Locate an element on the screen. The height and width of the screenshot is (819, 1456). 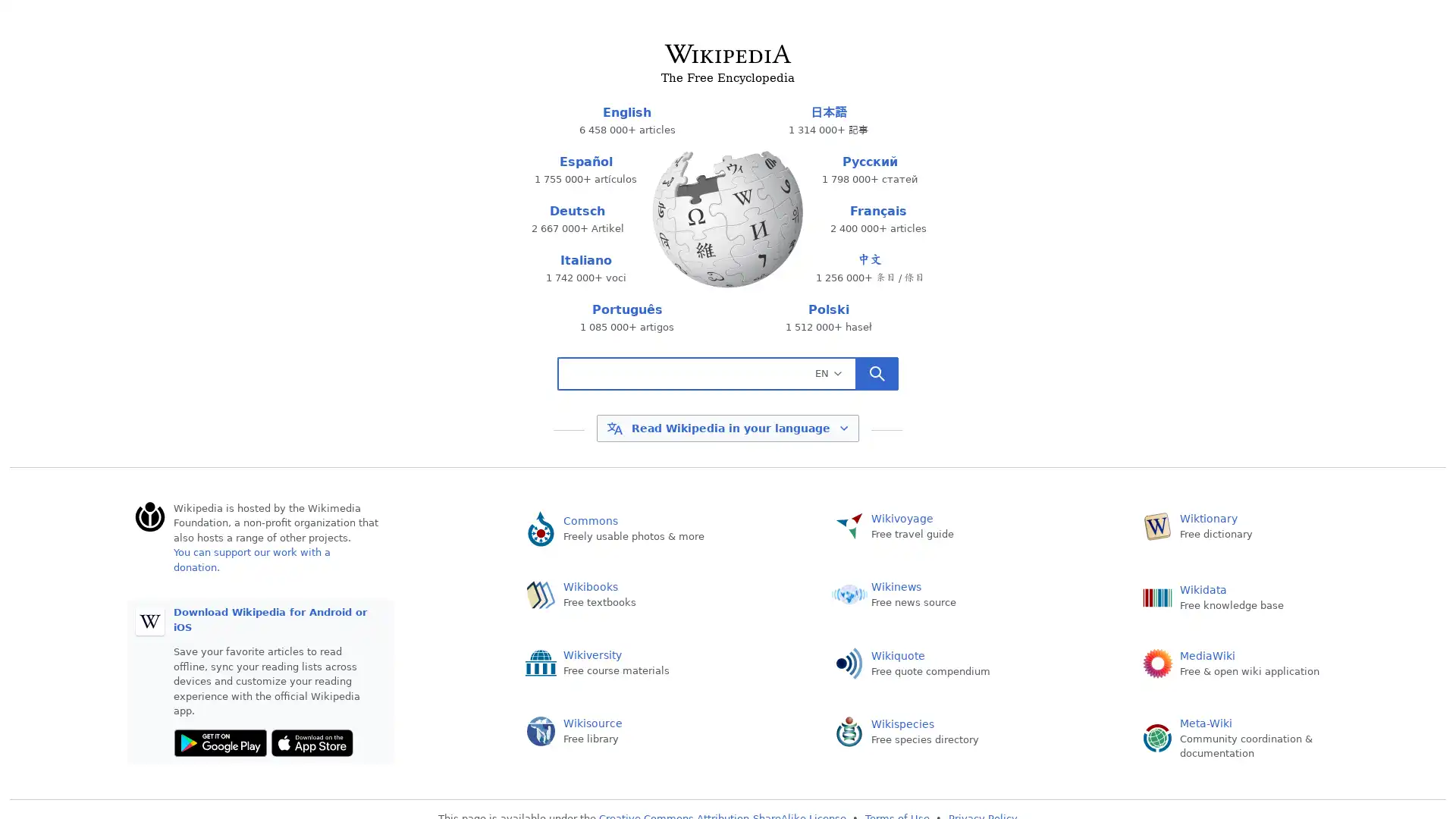
Search is located at coordinates (877, 374).